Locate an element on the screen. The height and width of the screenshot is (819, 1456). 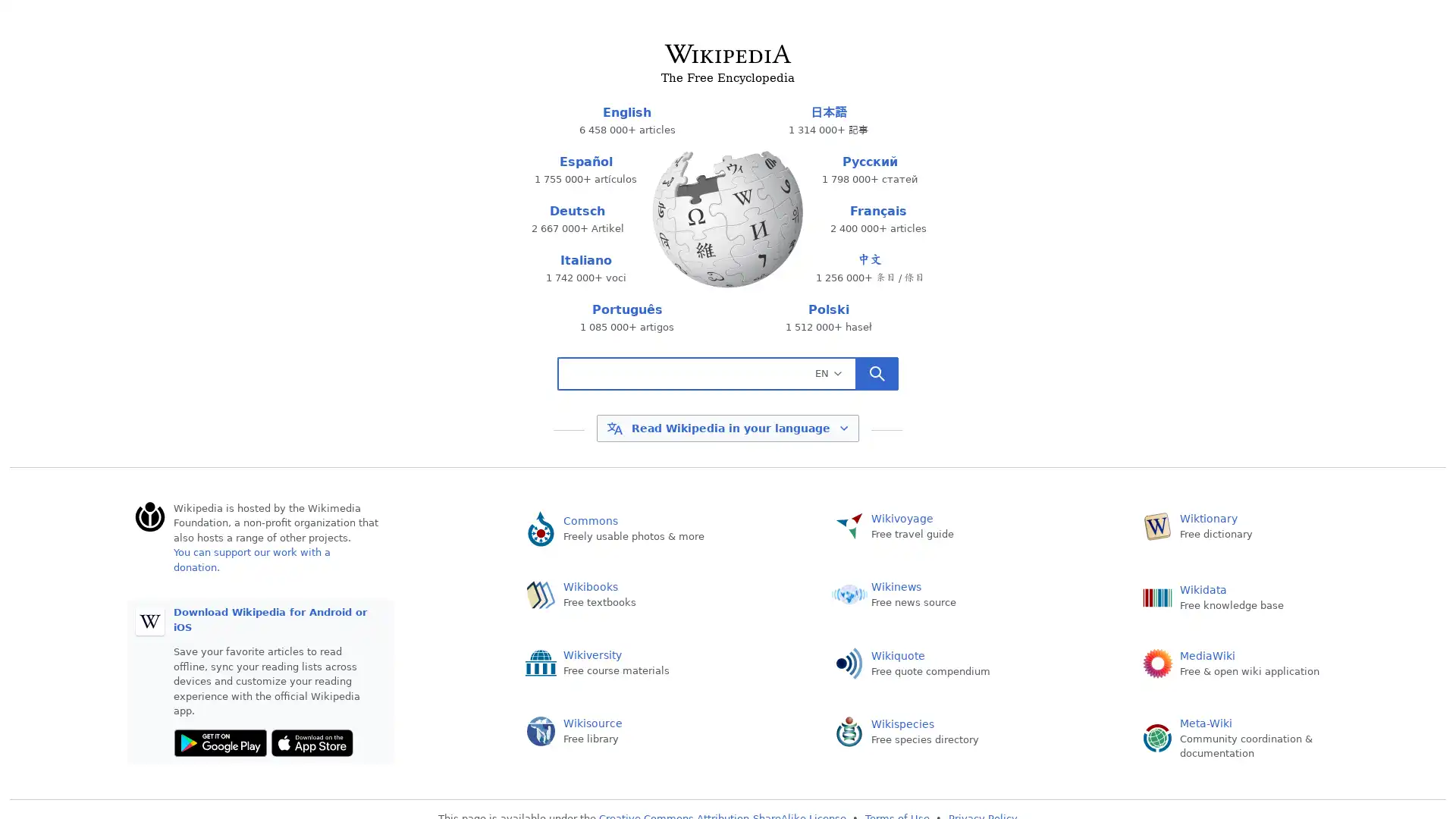
Search is located at coordinates (877, 374).